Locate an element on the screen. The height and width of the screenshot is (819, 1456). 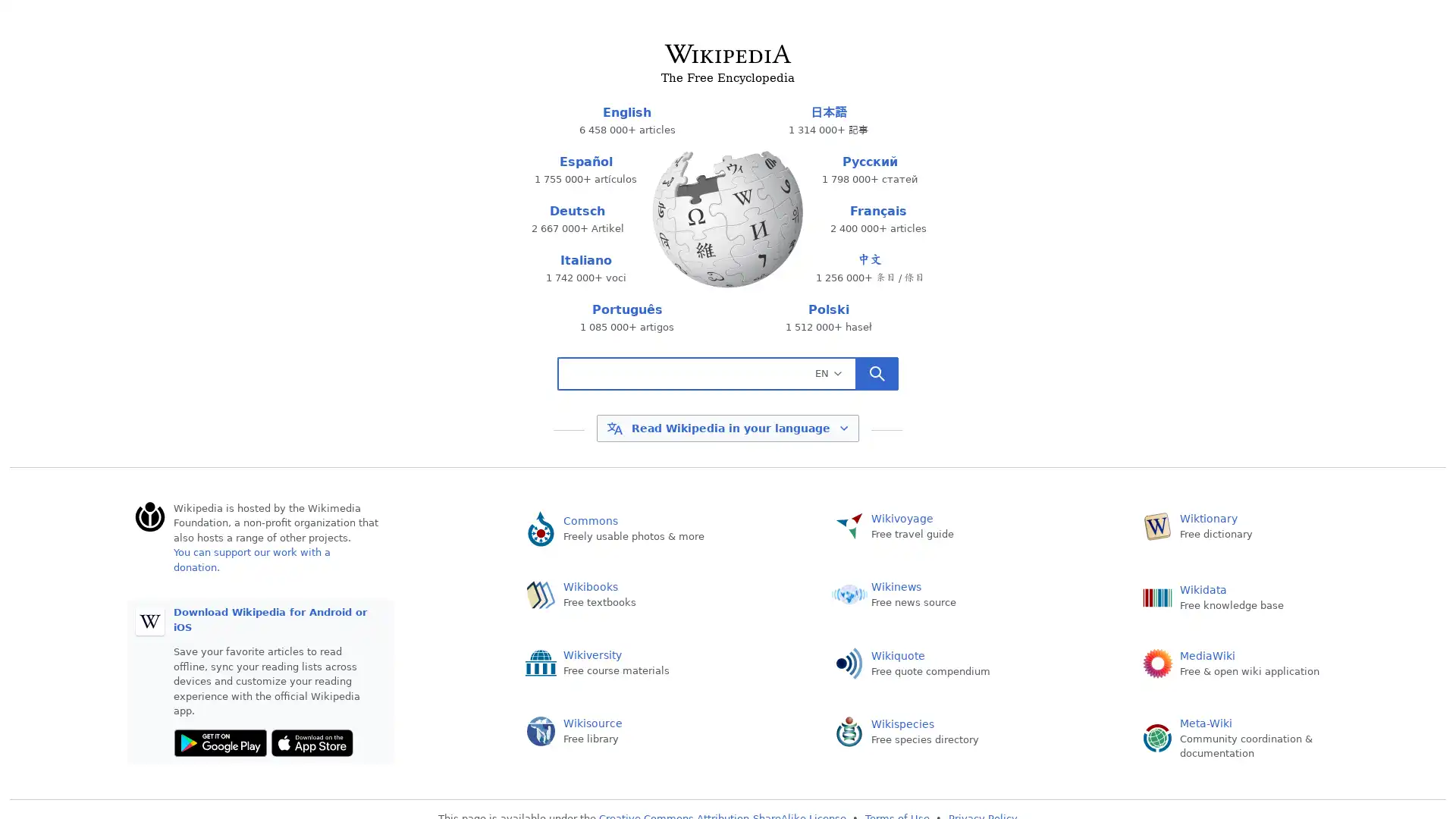
Search is located at coordinates (877, 374).